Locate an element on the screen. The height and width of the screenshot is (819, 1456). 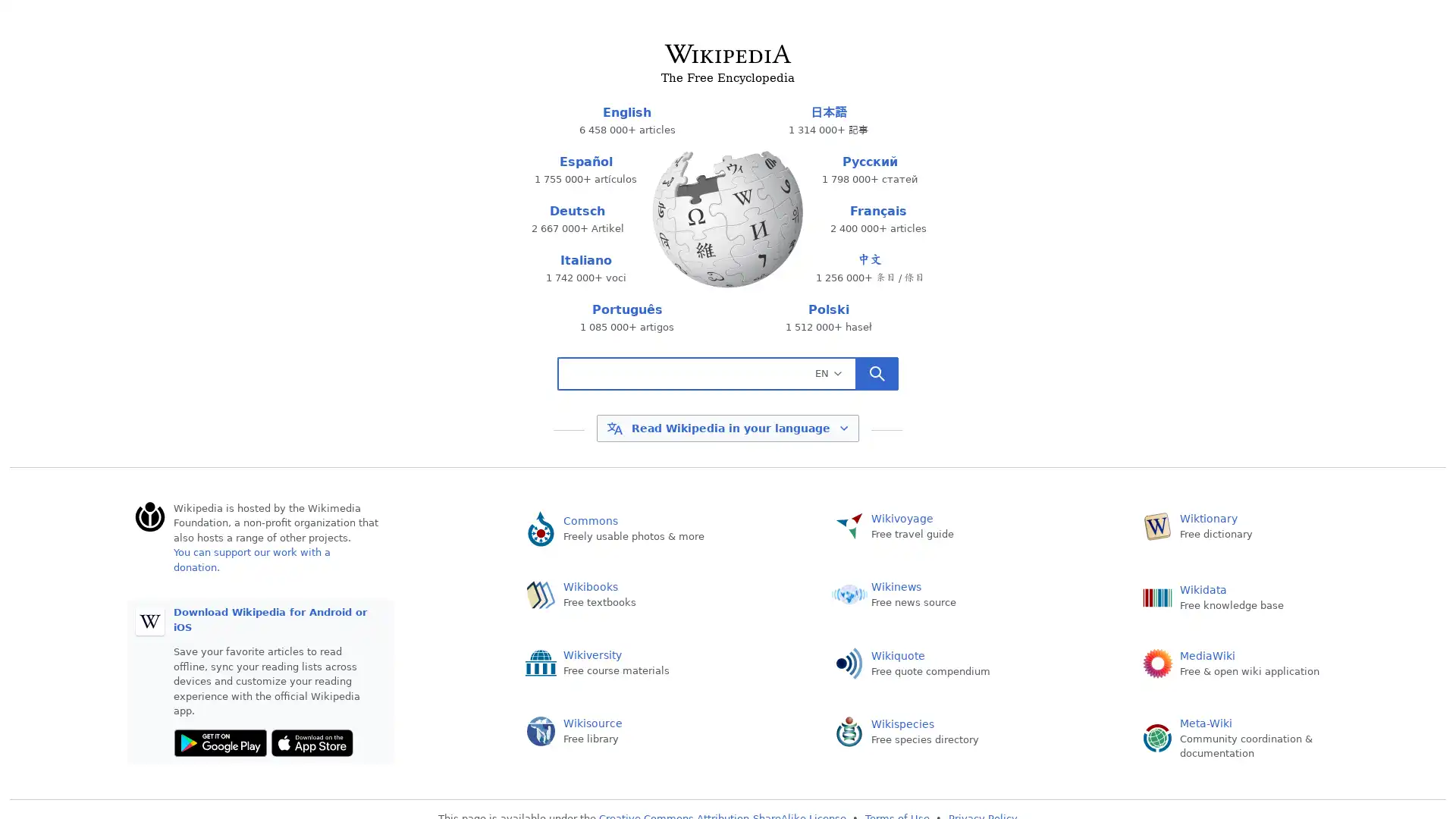
Search is located at coordinates (877, 374).